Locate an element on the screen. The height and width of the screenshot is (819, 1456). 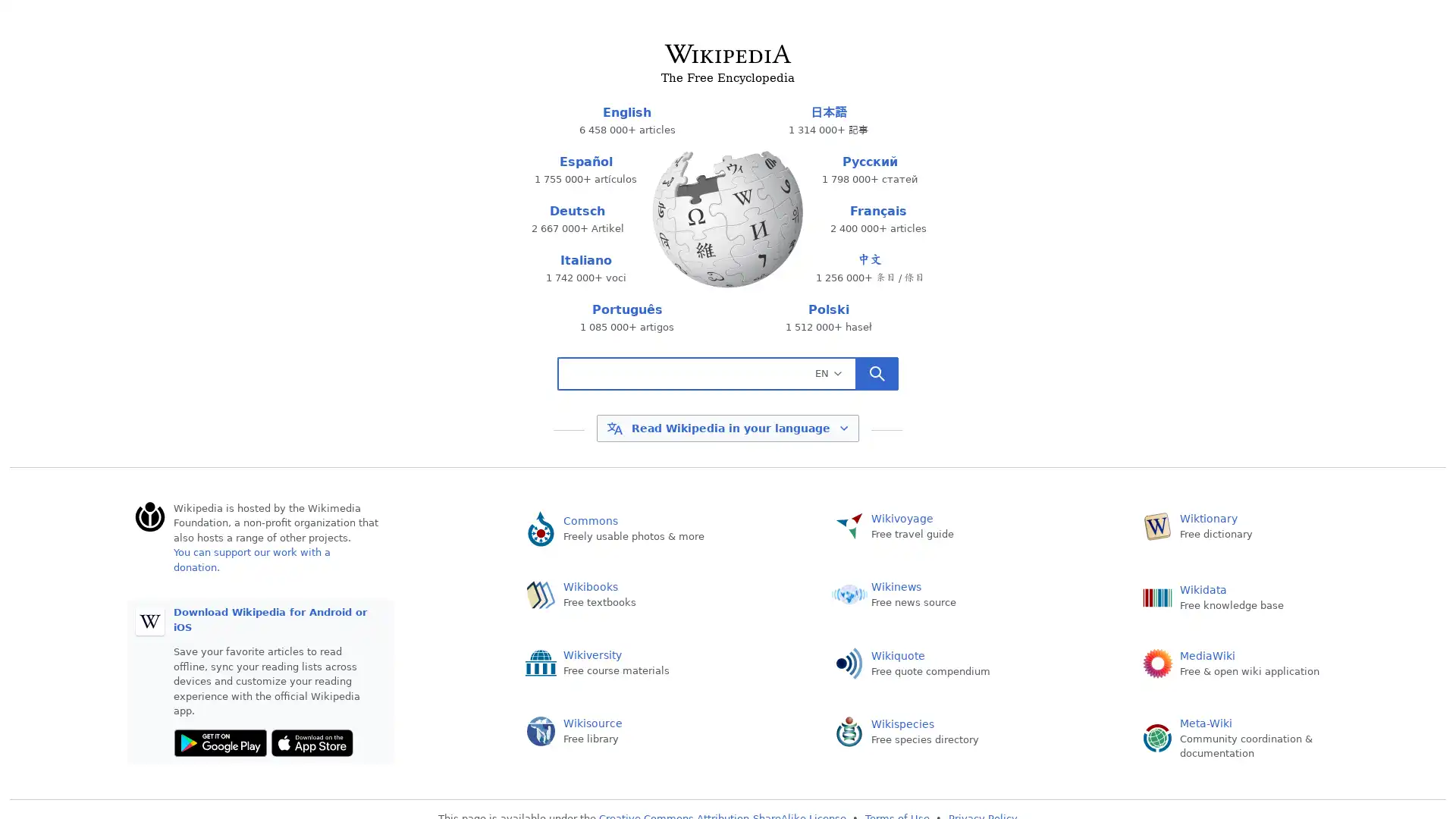
Search is located at coordinates (877, 374).